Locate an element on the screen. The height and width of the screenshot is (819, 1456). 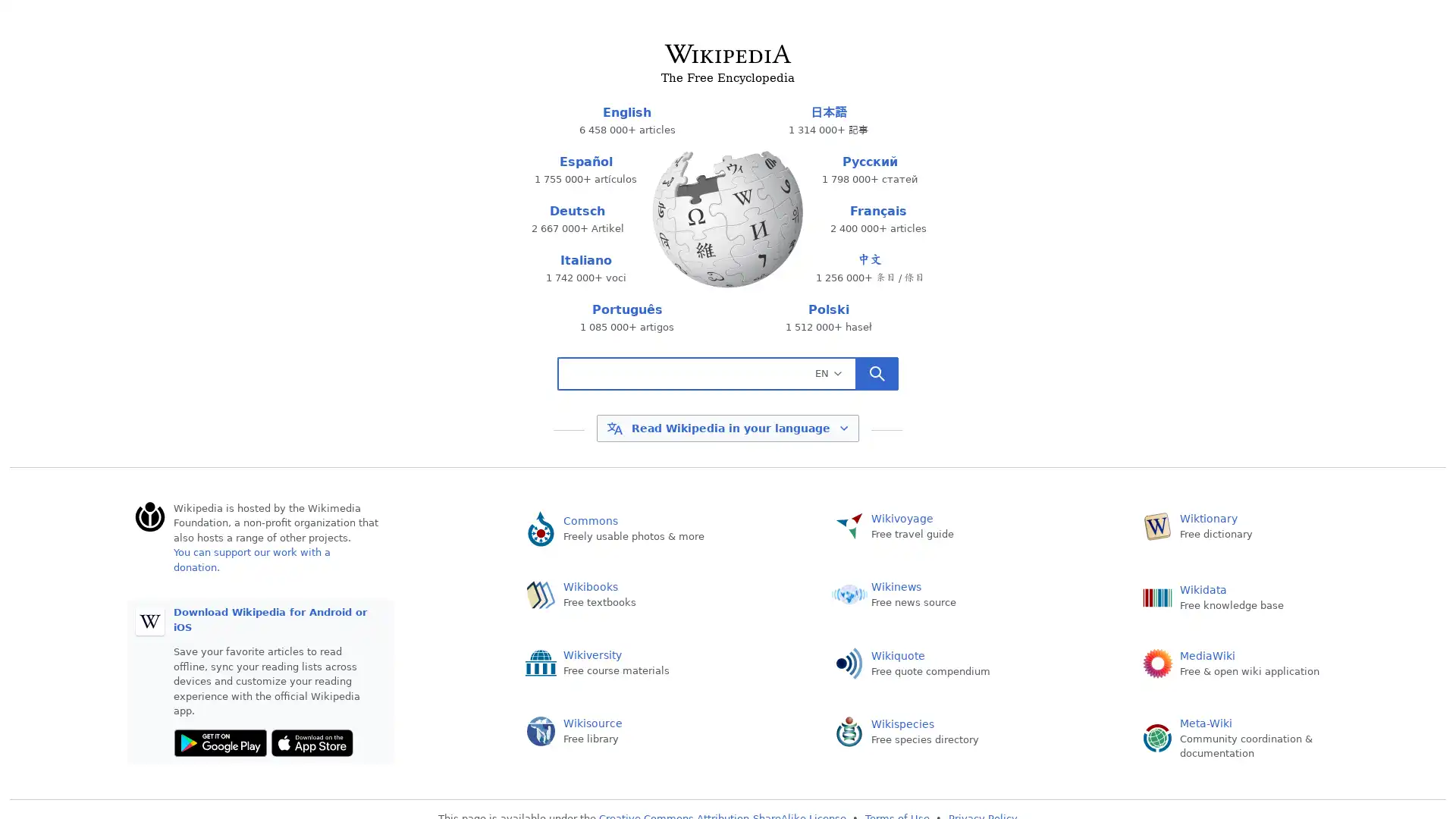
Search is located at coordinates (877, 374).